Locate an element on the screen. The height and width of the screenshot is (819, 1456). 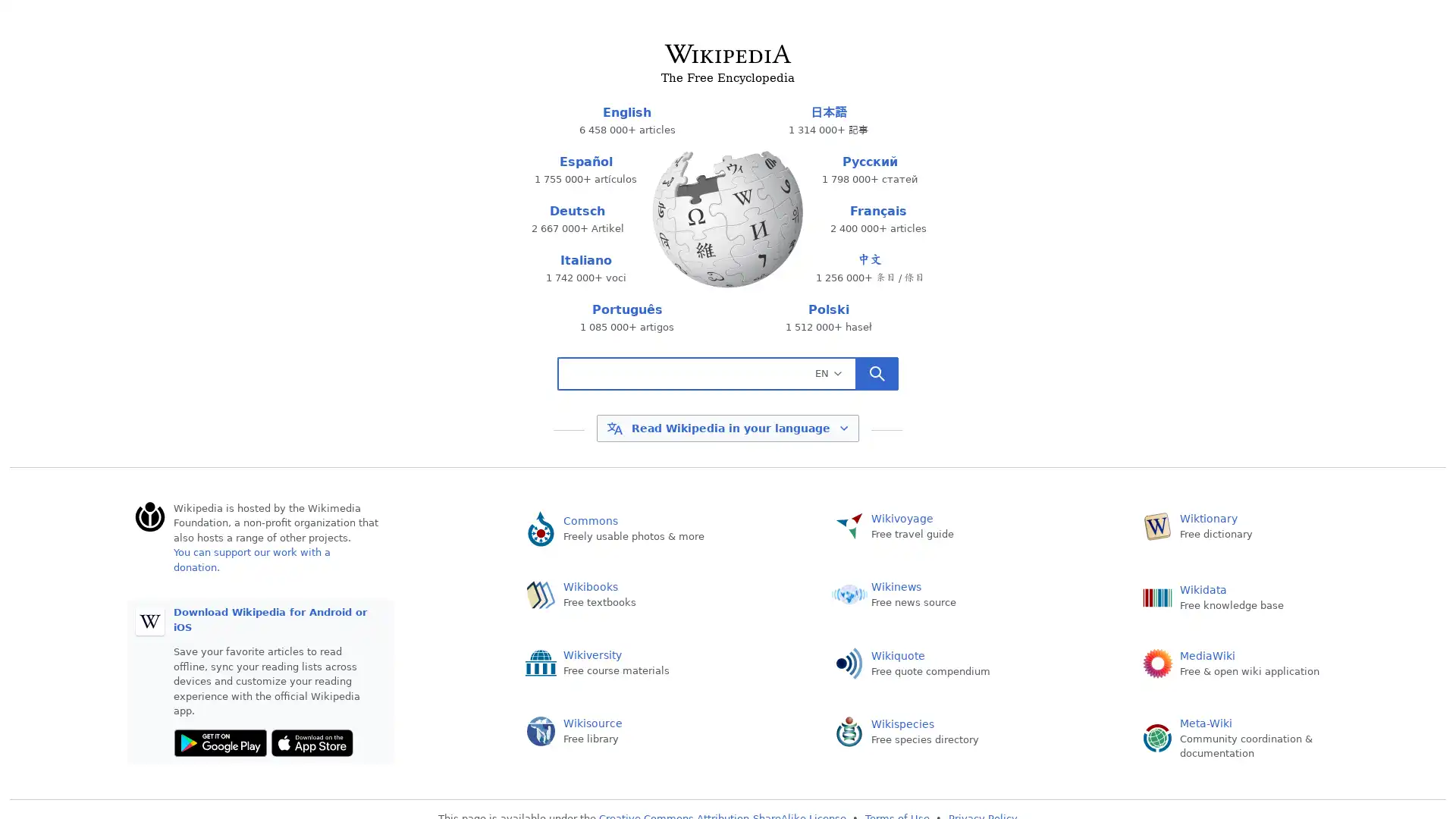
Search is located at coordinates (877, 374).